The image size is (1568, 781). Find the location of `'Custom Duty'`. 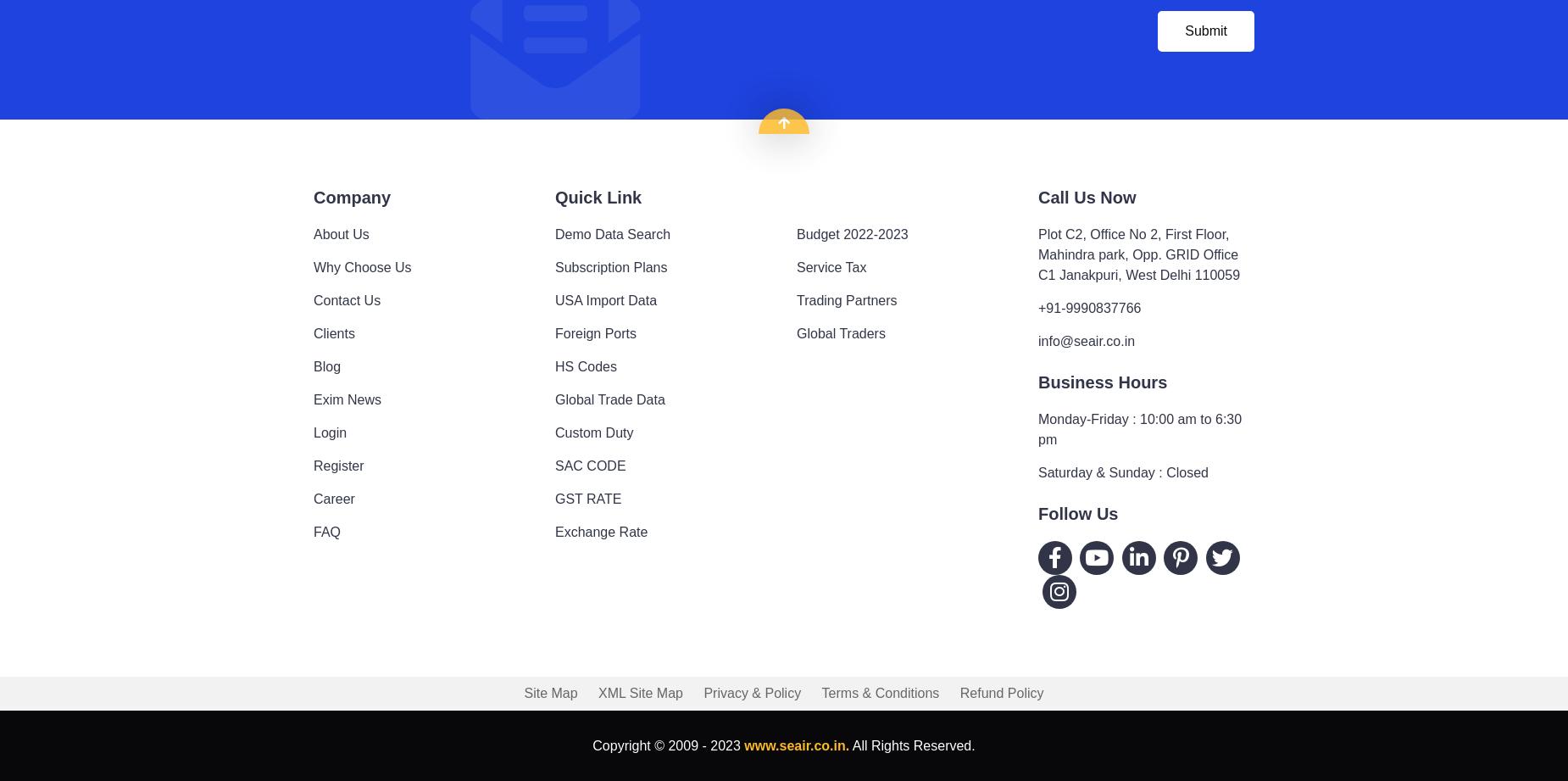

'Custom Duty' is located at coordinates (555, 431).